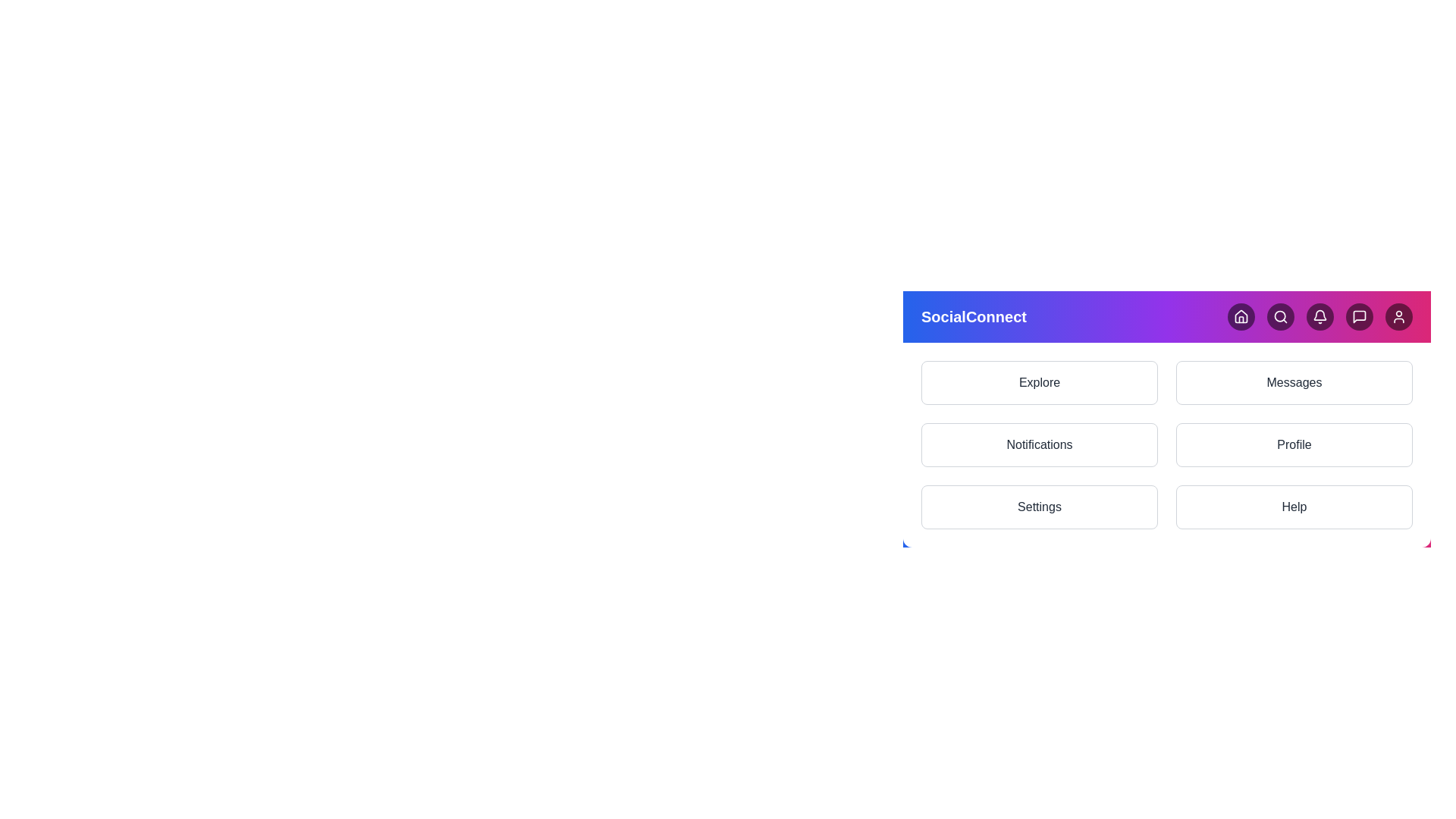  I want to click on the navigation option labeled Messages, so click(1294, 382).